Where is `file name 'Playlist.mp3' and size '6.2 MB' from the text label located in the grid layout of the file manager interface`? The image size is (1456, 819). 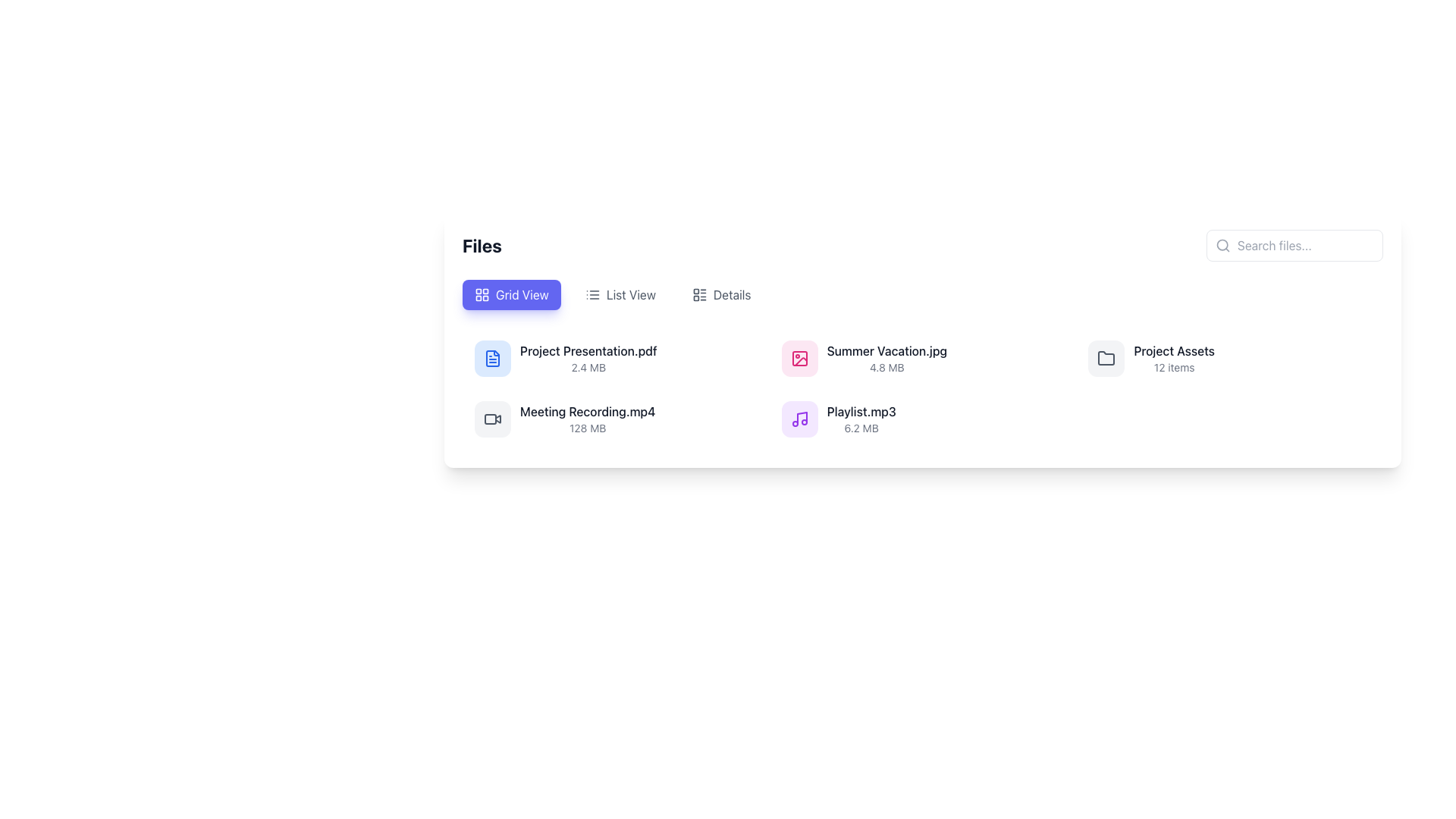 file name 'Playlist.mp3' and size '6.2 MB' from the text label located in the grid layout of the file manager interface is located at coordinates (861, 419).